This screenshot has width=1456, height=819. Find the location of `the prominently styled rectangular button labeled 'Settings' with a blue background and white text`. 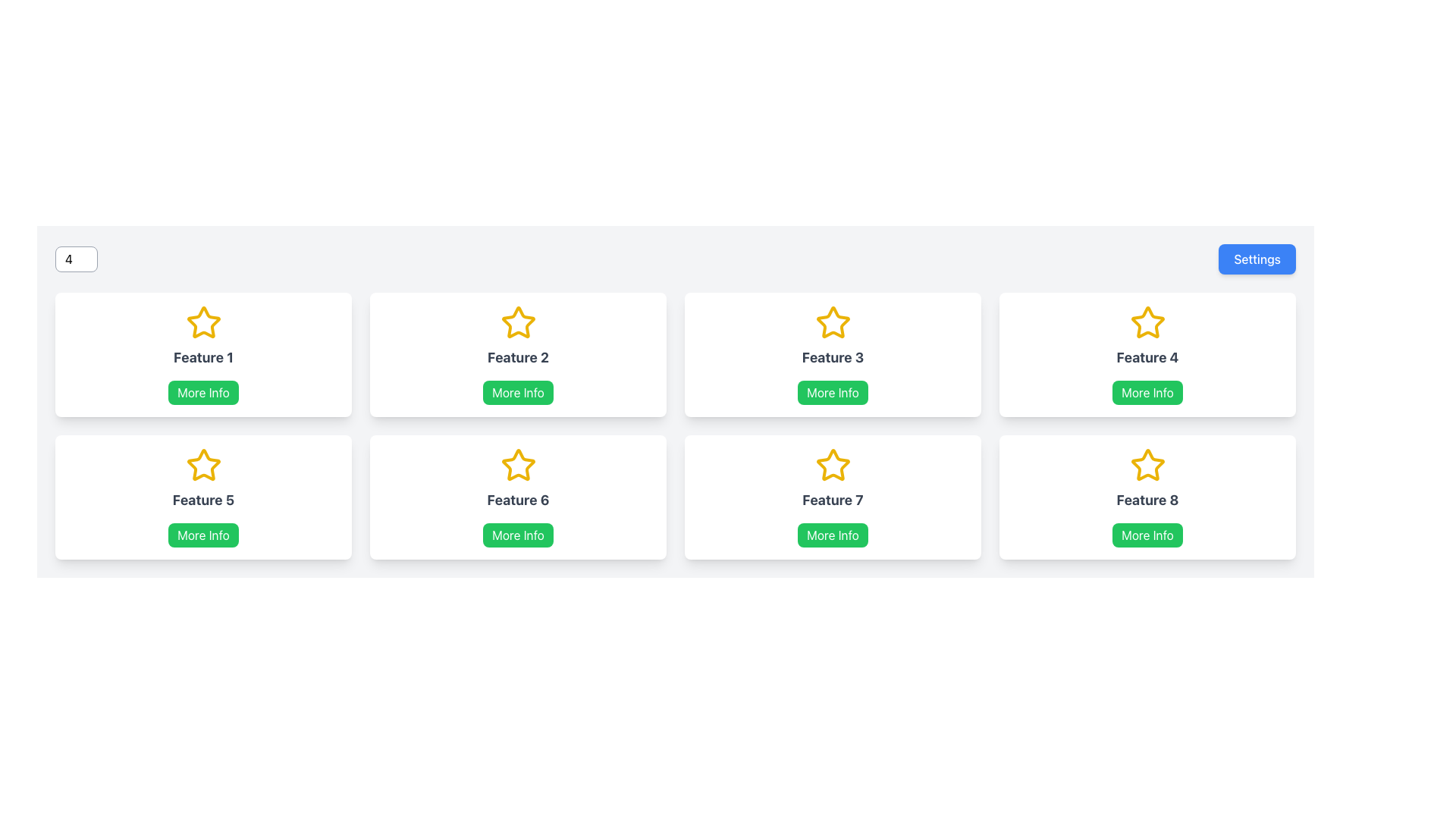

the prominently styled rectangular button labeled 'Settings' with a blue background and white text is located at coordinates (1257, 259).